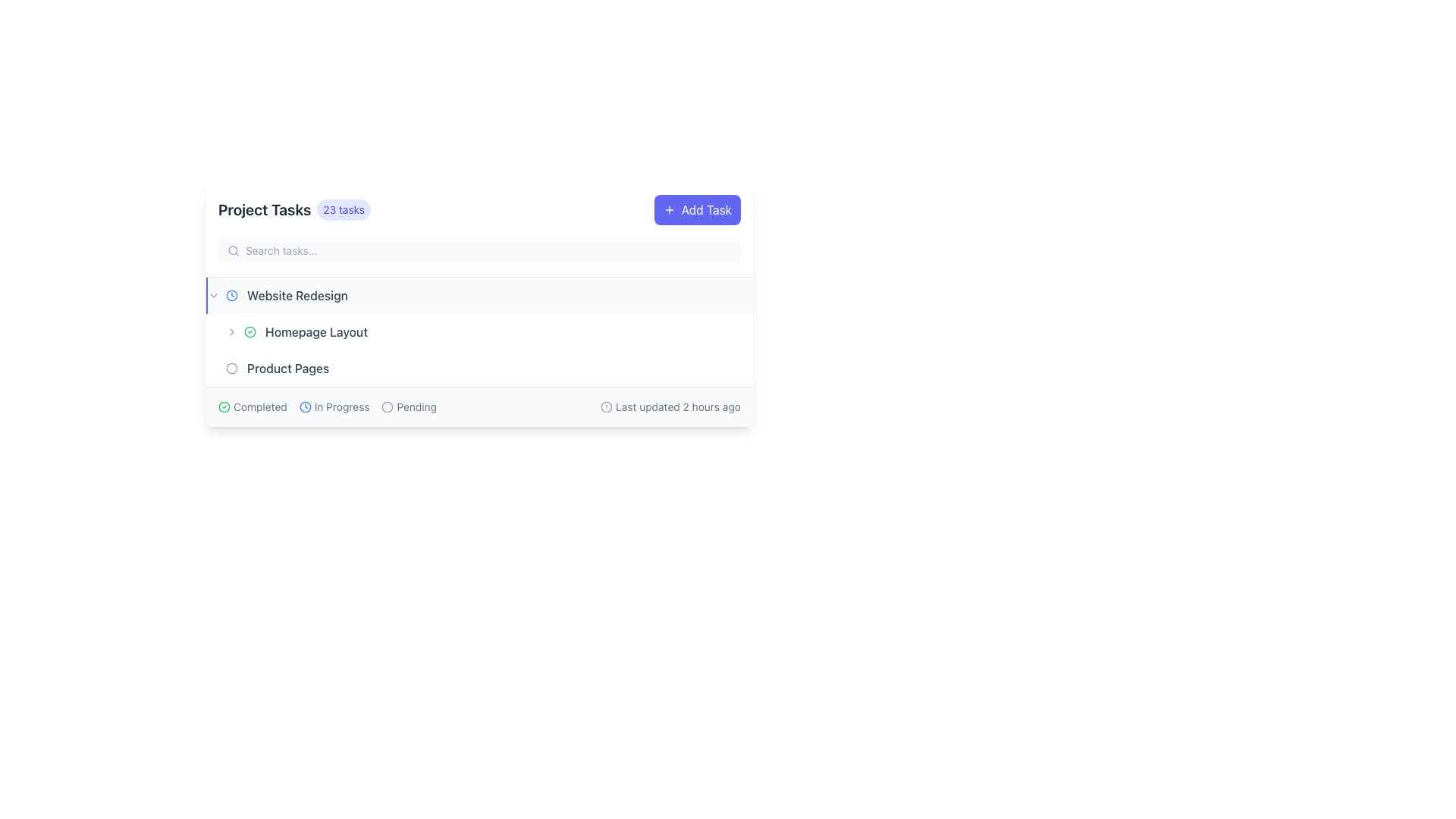 This screenshot has width=1456, height=819. I want to click on the 'Product Pages' text label in the lower third of the vertical list under the 'Homepage Layout' section, so click(288, 369).